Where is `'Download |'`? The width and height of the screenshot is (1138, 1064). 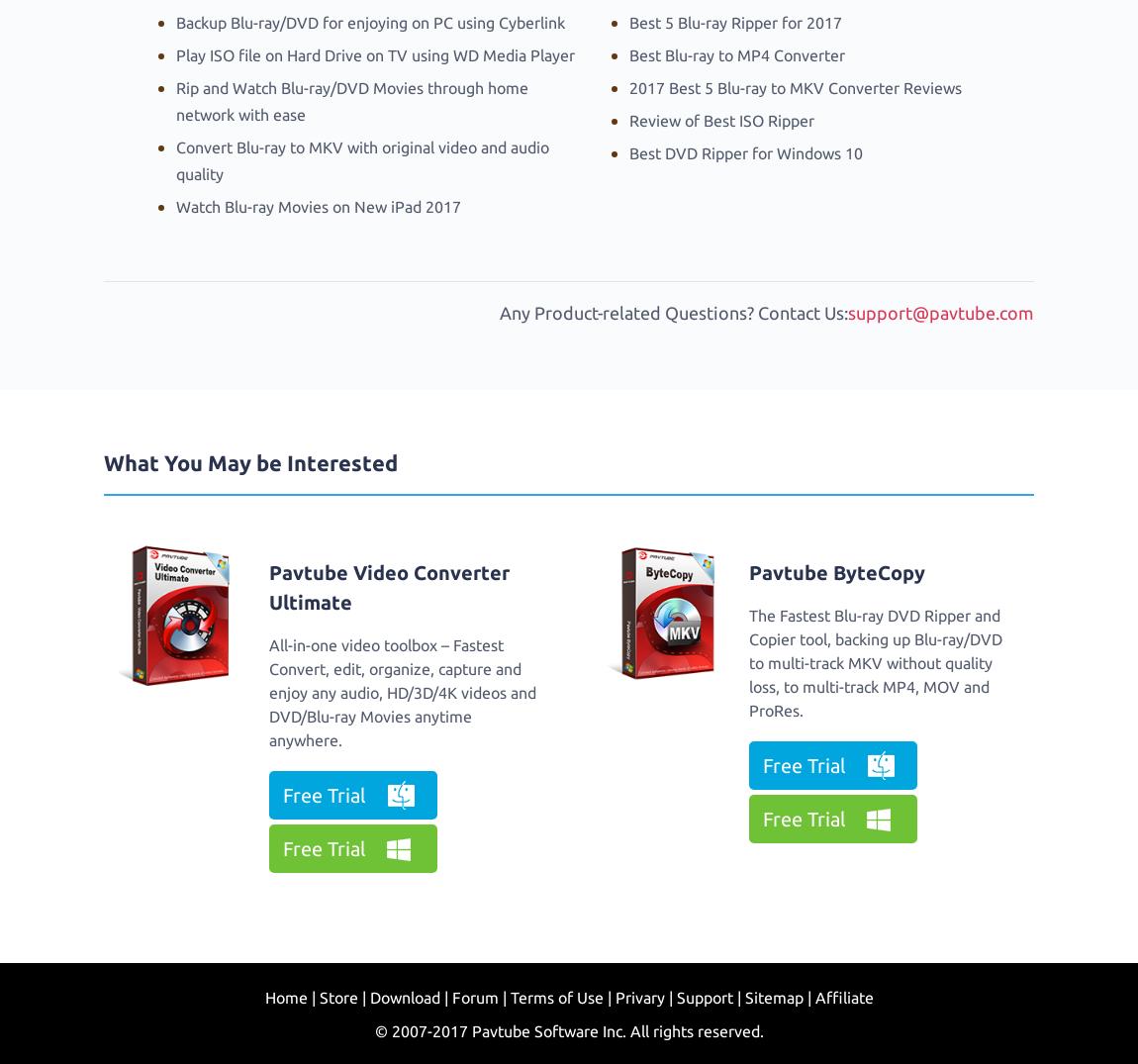 'Download |' is located at coordinates (408, 997).